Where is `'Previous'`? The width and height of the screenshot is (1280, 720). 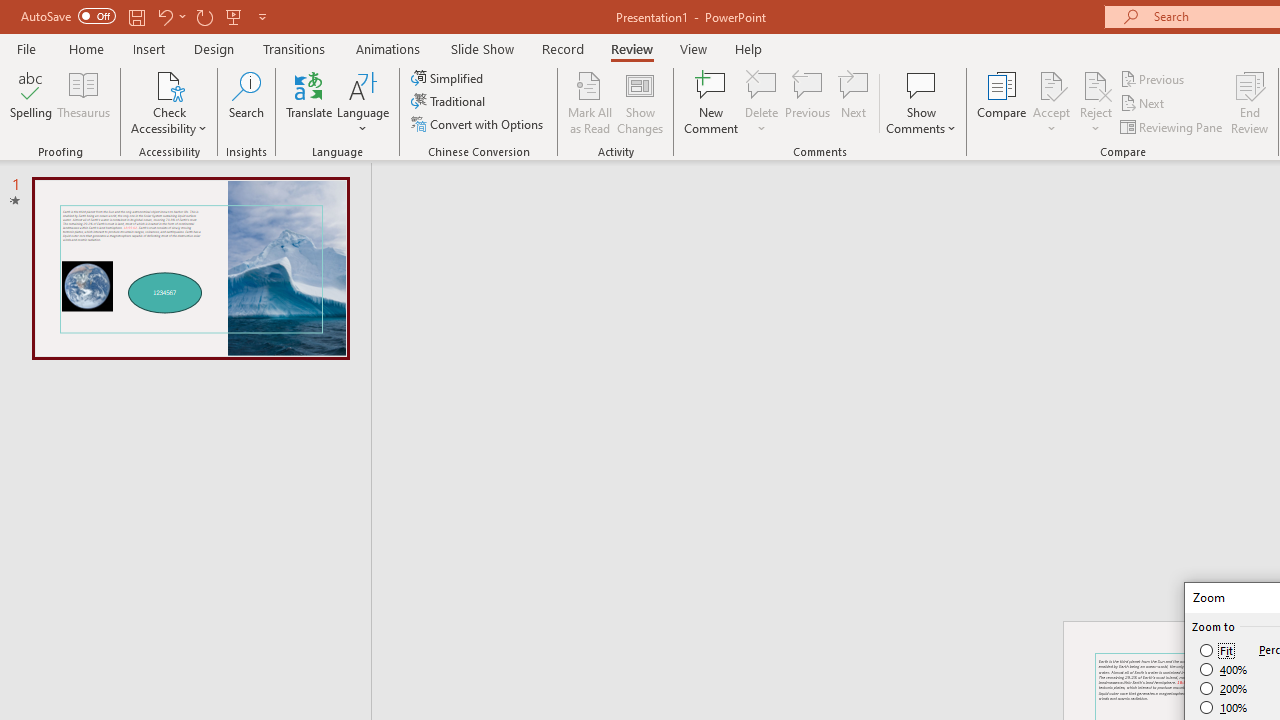 'Previous' is located at coordinates (1153, 78).